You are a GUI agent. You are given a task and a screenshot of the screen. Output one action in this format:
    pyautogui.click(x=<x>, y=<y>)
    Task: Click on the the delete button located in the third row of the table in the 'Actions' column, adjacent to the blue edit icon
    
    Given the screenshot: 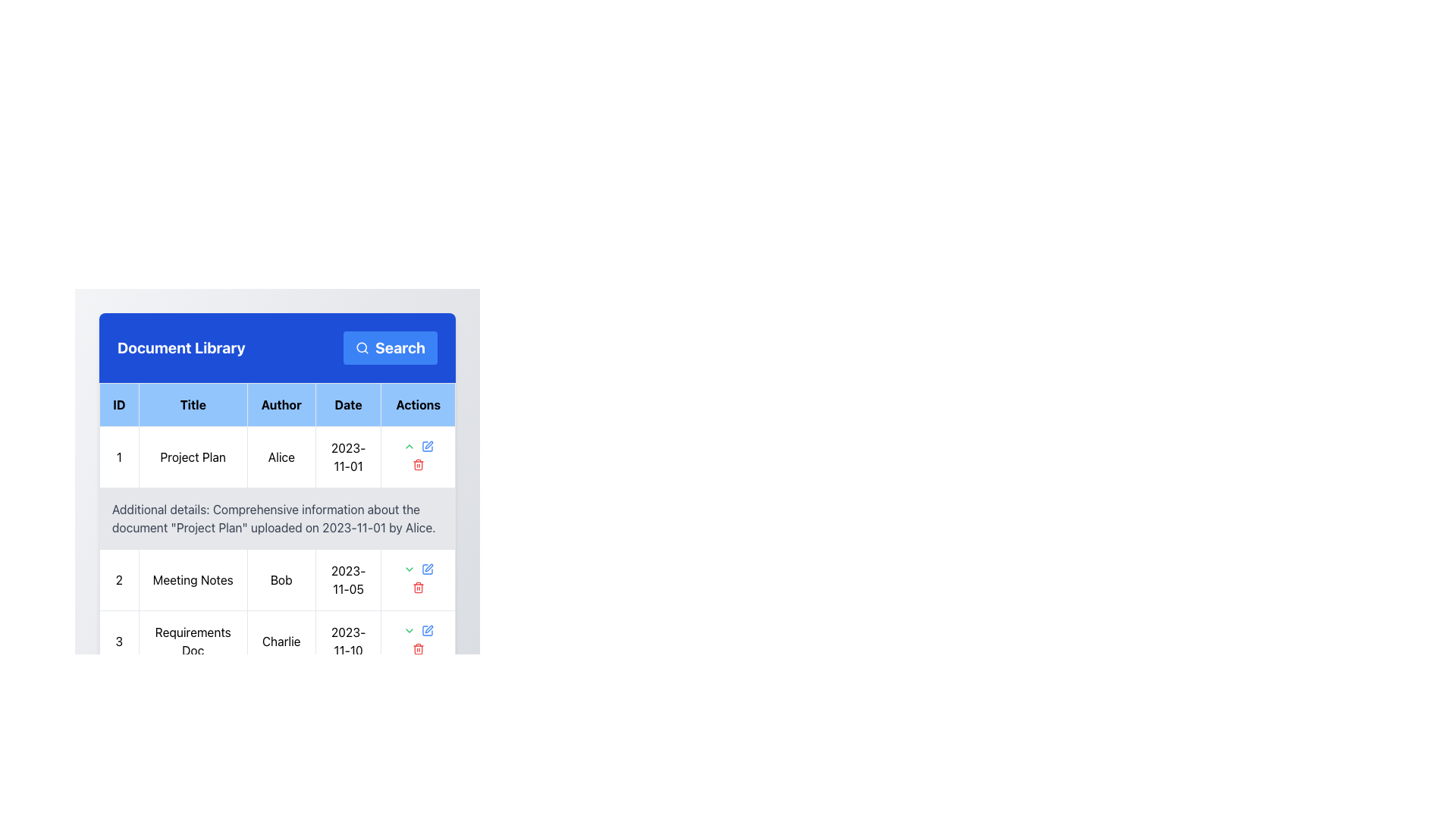 What is the action you would take?
    pyautogui.click(x=418, y=587)
    